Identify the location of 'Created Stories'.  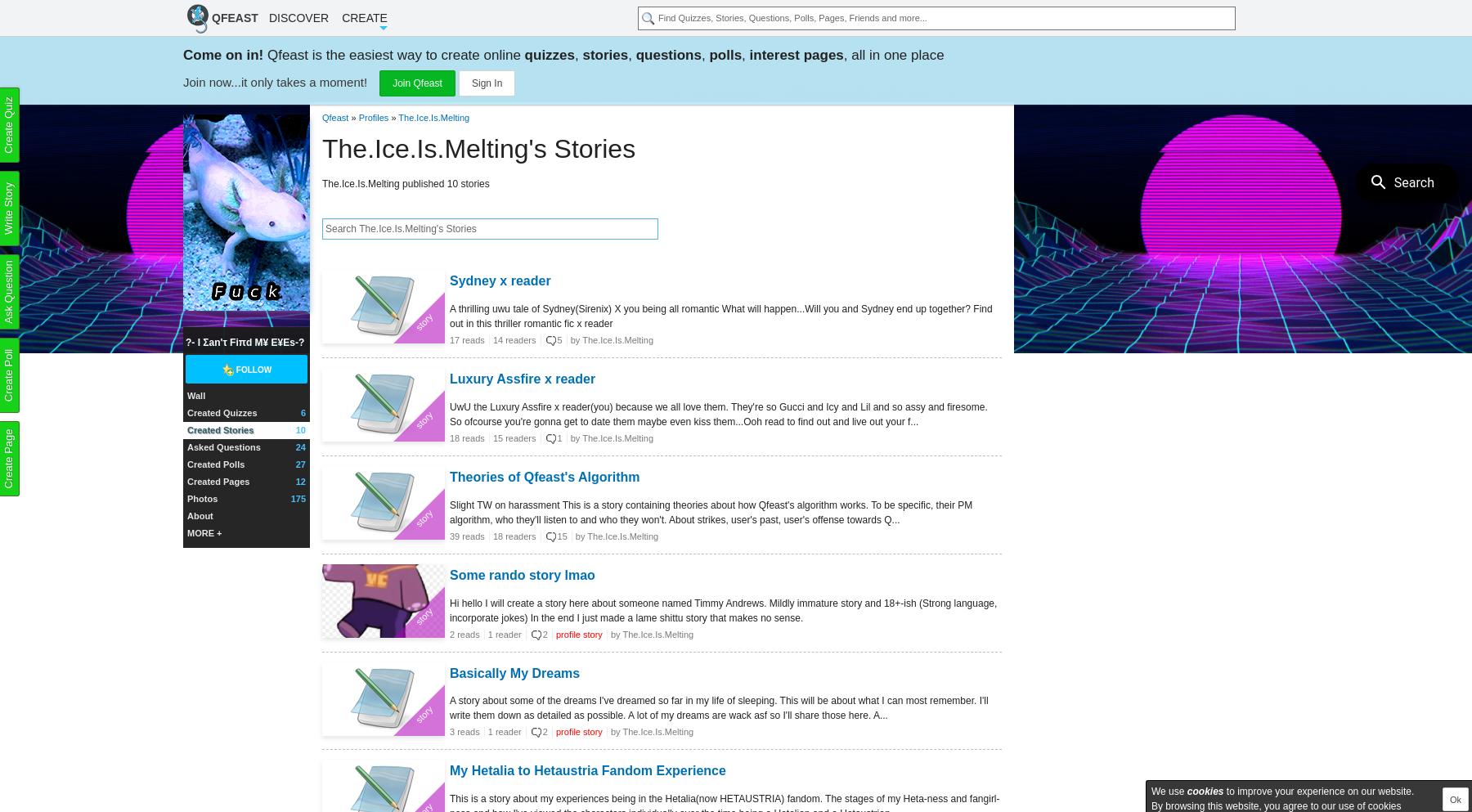
(219, 429).